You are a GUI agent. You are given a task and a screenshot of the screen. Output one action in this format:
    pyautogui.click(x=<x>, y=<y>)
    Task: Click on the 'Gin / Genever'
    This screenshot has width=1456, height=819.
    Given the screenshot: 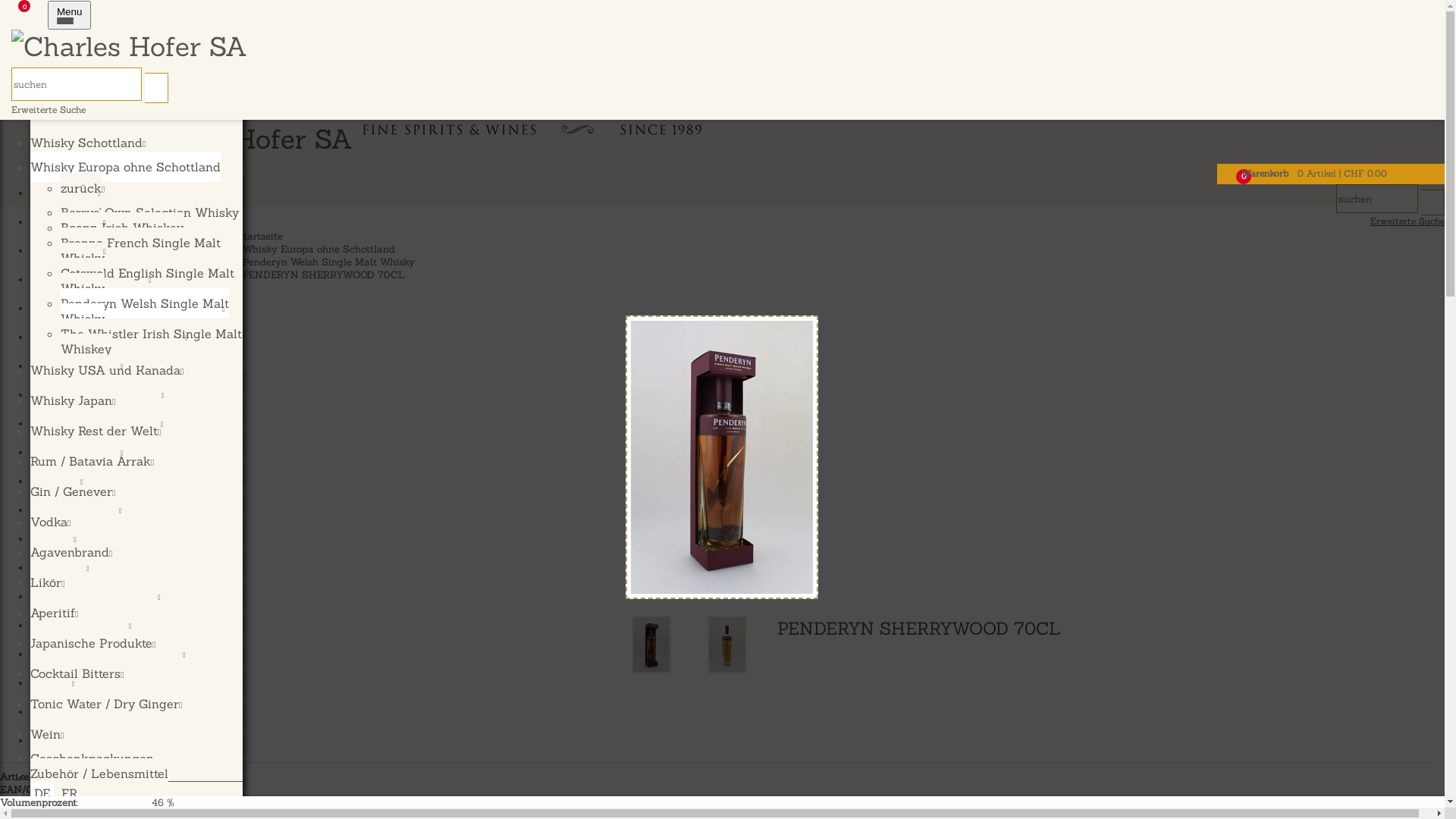 What is the action you would take?
    pyautogui.click(x=72, y=491)
    